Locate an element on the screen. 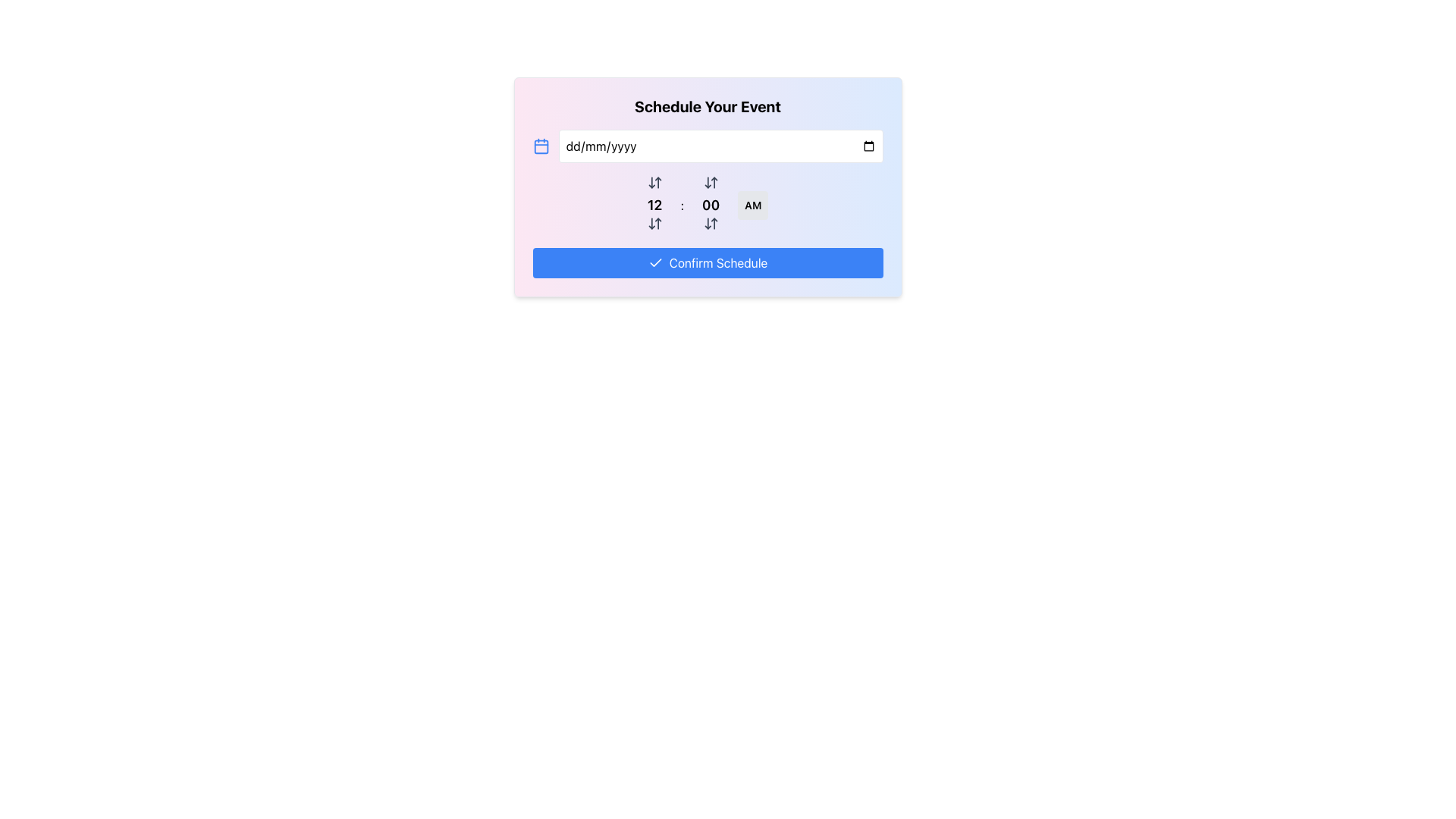 The width and height of the screenshot is (1456, 819). the blue button labeled 'Confirm Schedule' by clicking on it is located at coordinates (717, 262).